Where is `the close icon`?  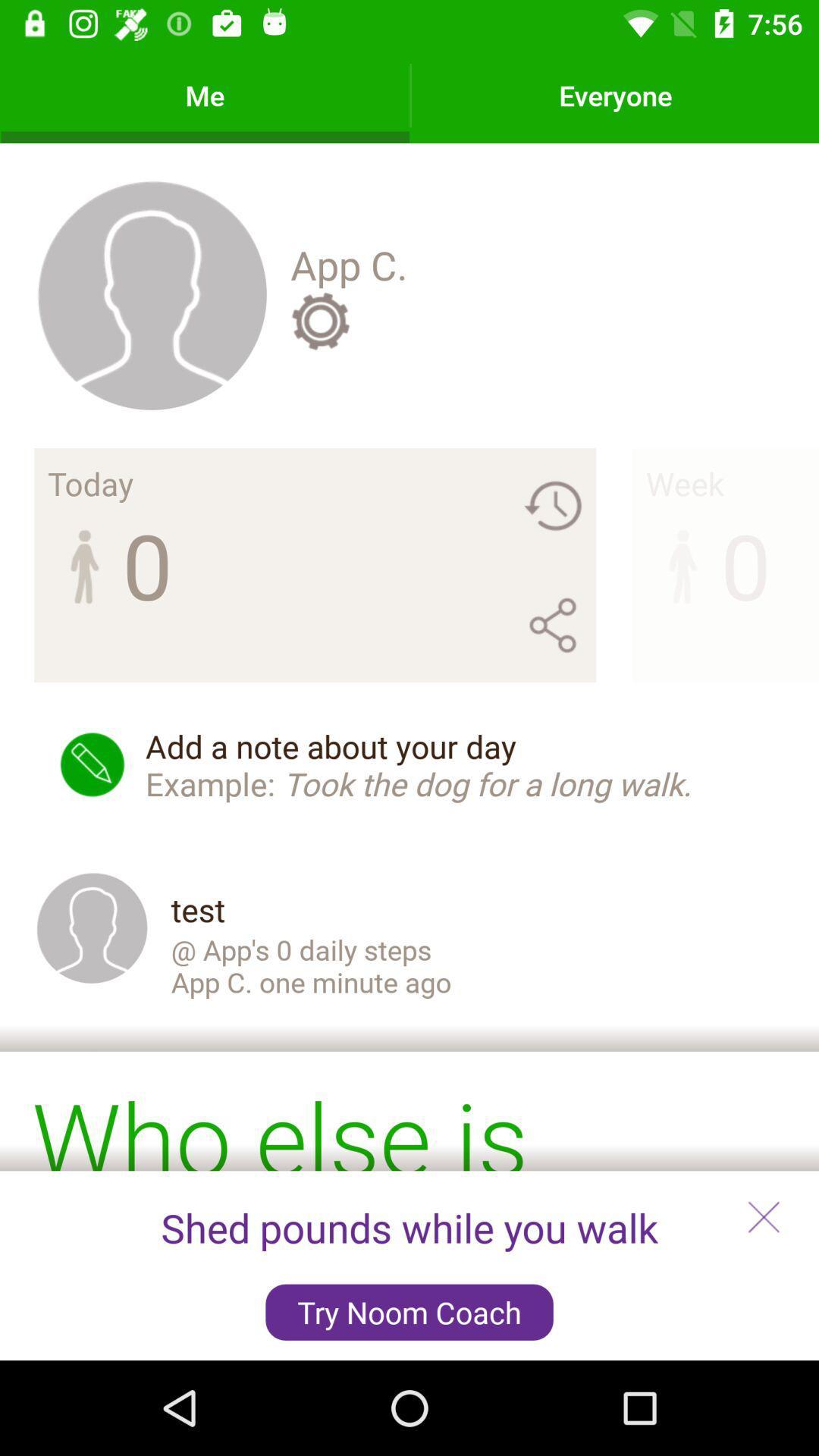 the close icon is located at coordinates (763, 1216).